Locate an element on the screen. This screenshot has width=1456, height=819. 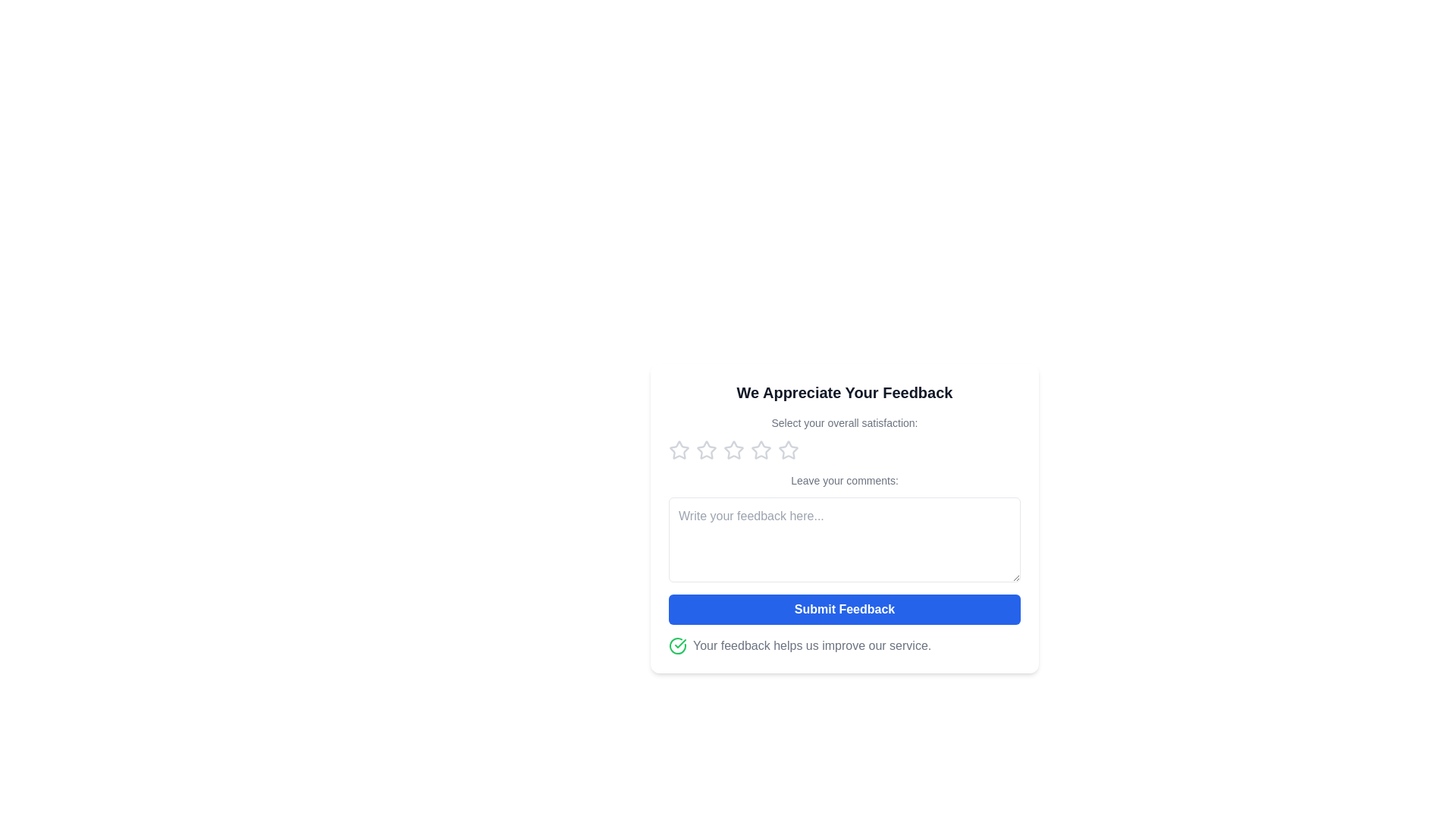
the third star icon from the left in the rating system is located at coordinates (789, 449).